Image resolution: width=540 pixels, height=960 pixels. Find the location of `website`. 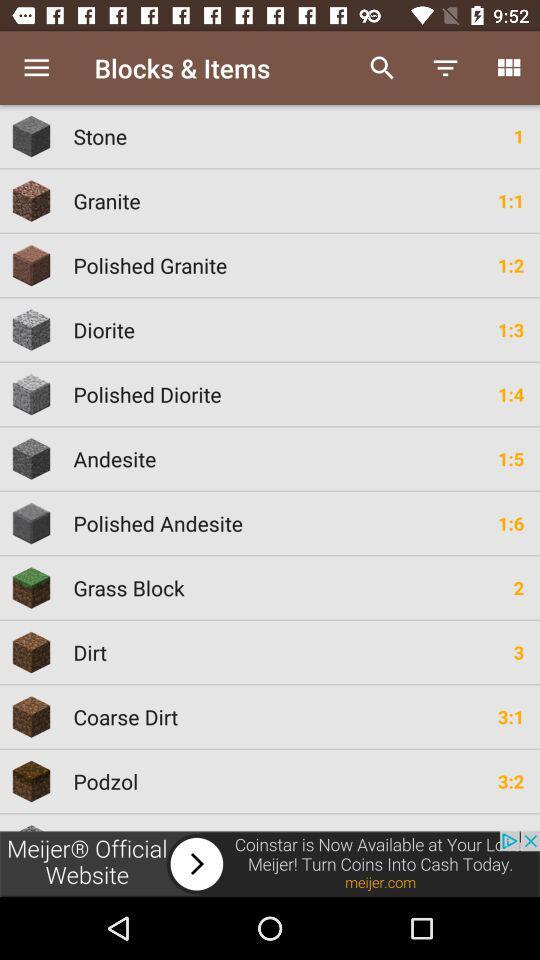

website is located at coordinates (270, 863).